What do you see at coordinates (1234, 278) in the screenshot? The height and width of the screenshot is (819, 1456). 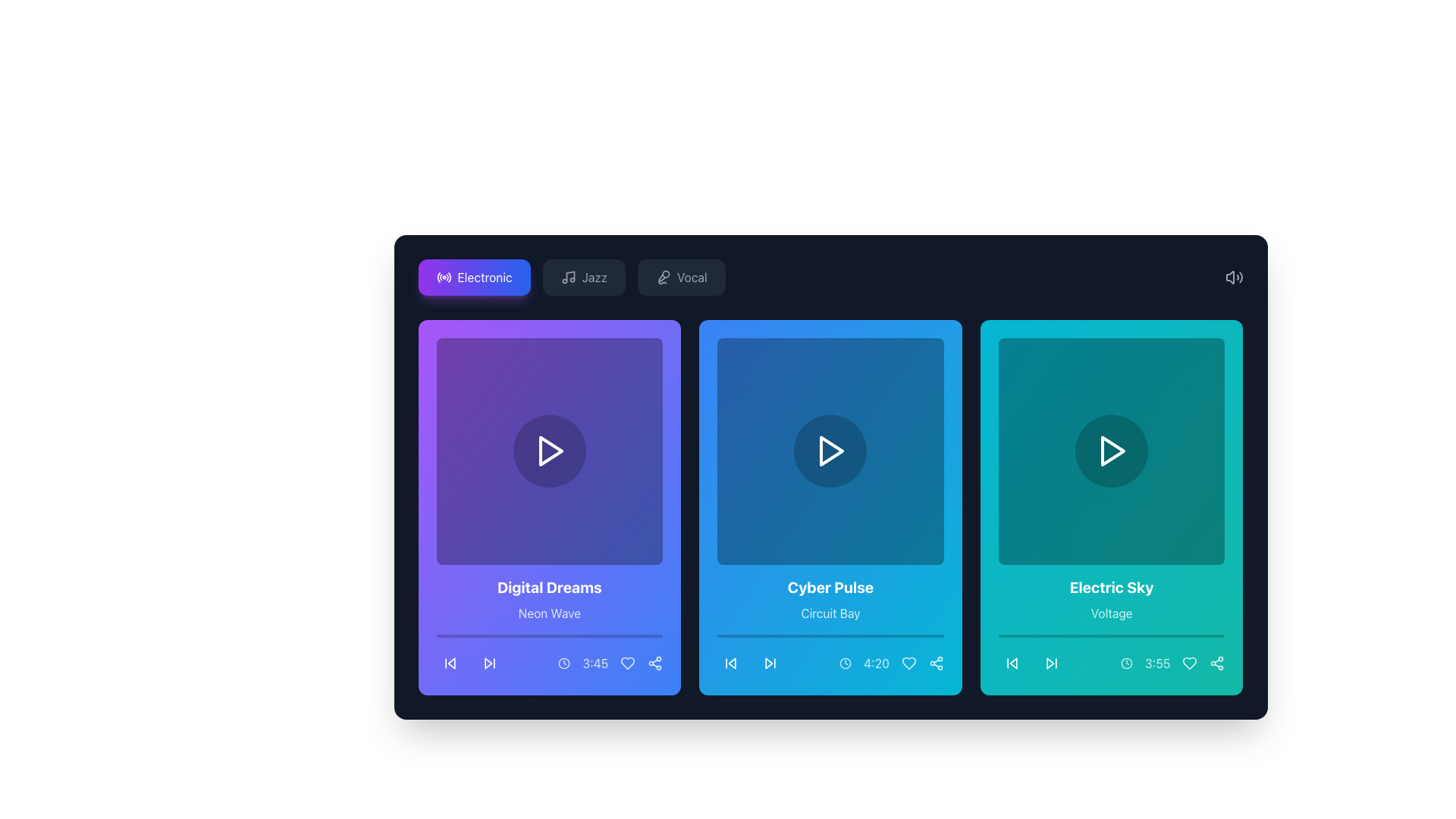 I see `the speaker icon with sound waves in the top-right corner of the interface` at bounding box center [1234, 278].